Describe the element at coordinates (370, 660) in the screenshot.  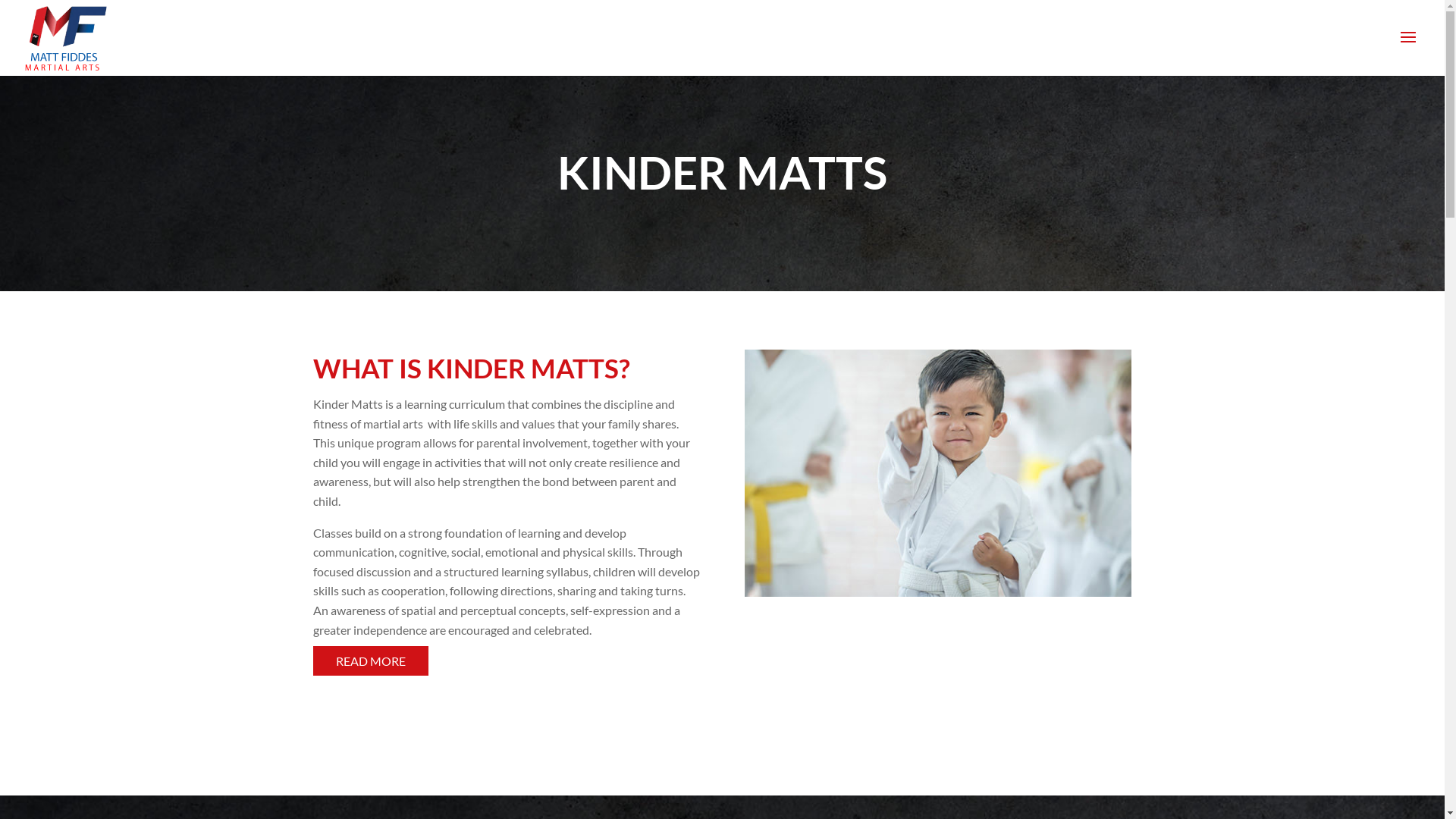
I see `'READ MORE'` at that location.